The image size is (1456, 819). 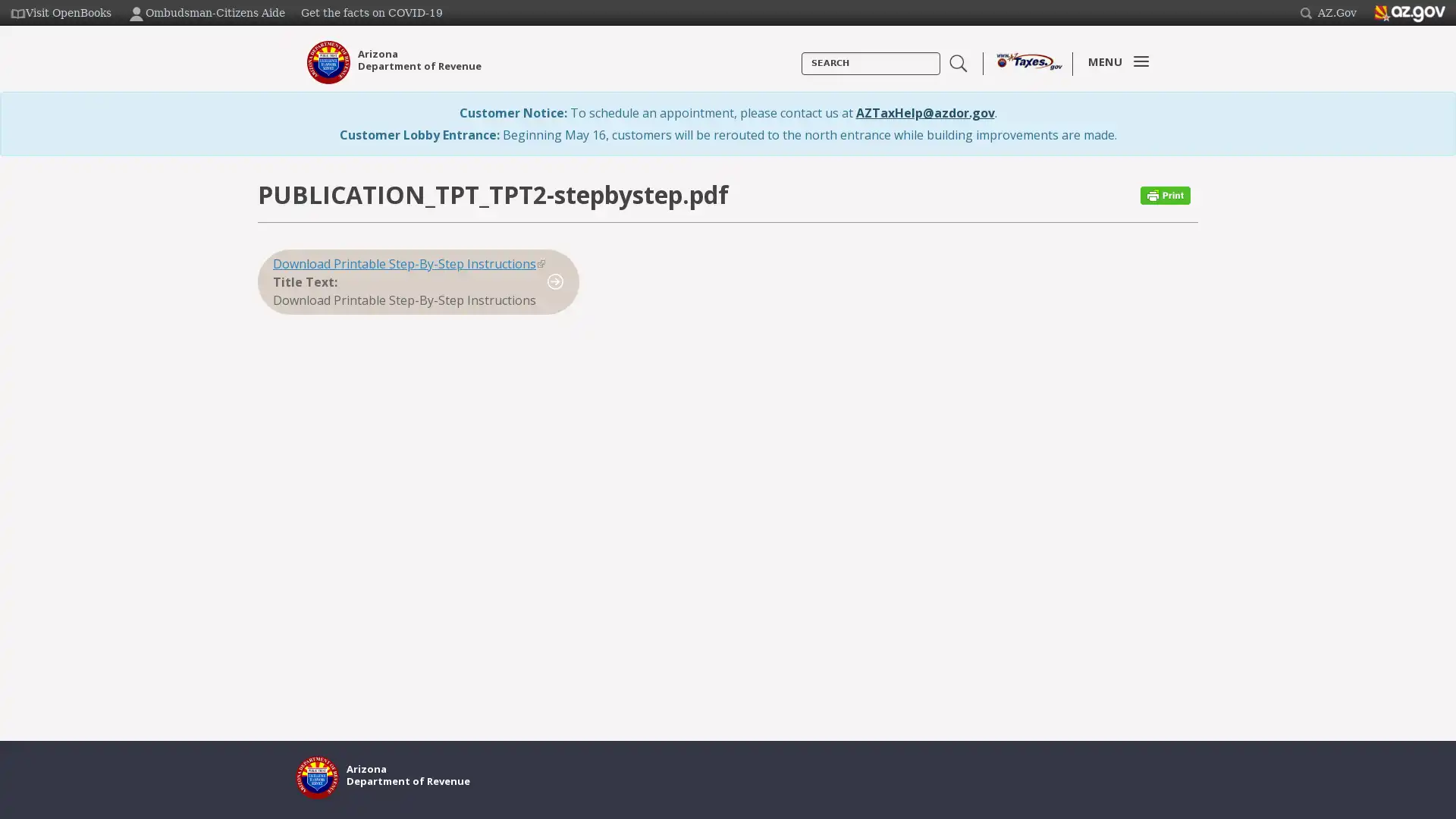 What do you see at coordinates (1114, 61) in the screenshot?
I see `MENU` at bounding box center [1114, 61].